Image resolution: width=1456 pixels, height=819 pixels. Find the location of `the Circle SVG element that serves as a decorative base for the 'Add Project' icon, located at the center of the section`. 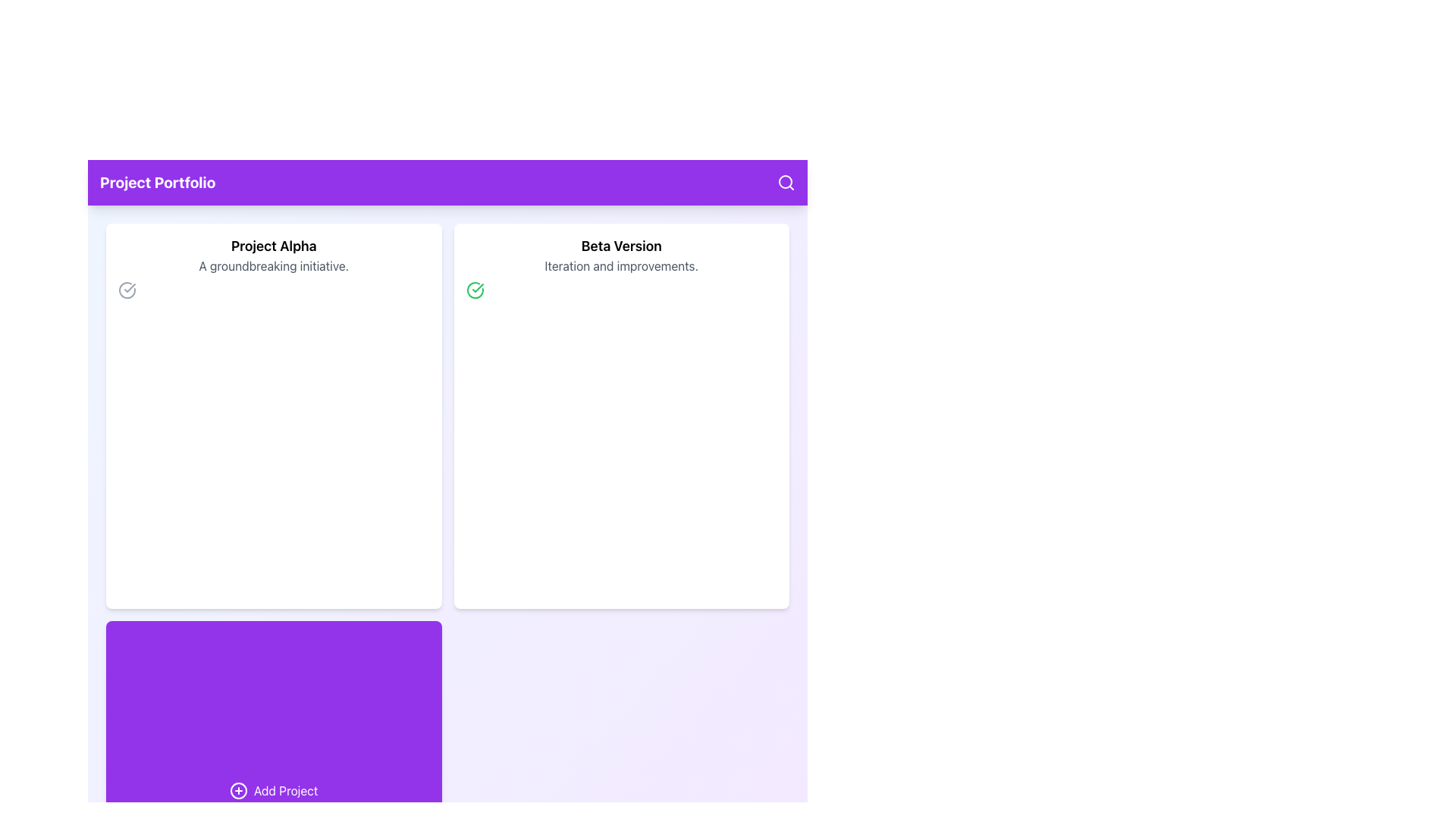

the Circle SVG element that serves as a decorative base for the 'Add Project' icon, located at the center of the section is located at coordinates (238, 789).